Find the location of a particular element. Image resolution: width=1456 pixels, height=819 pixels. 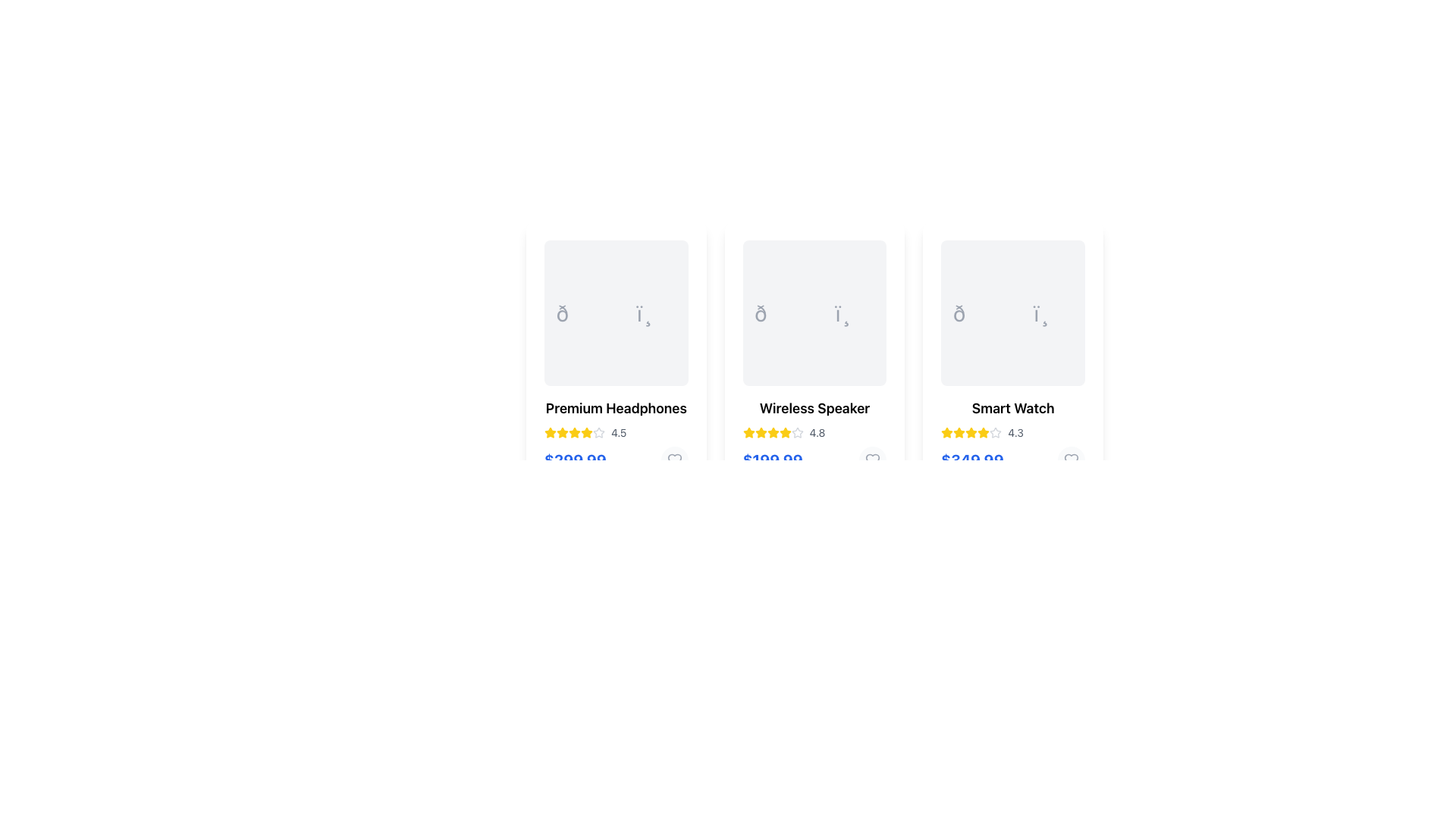

numerical rating displayed in the rating widget for the 'Smart Watch' product, which shows a value of '4.3' is located at coordinates (1013, 432).